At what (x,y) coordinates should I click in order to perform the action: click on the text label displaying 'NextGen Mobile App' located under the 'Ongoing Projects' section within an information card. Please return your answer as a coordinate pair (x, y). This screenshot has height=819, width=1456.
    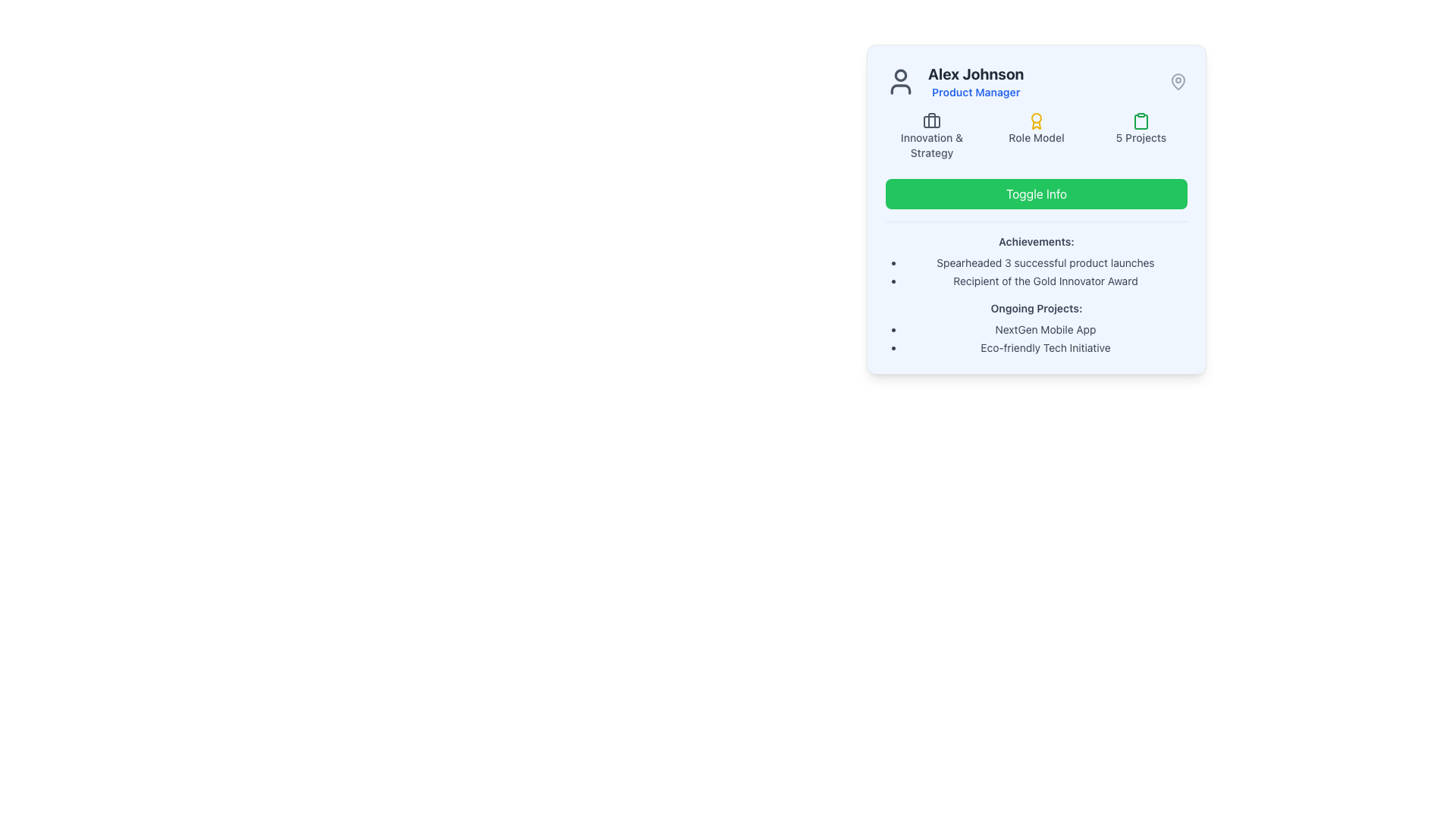
    Looking at the image, I should click on (1044, 329).